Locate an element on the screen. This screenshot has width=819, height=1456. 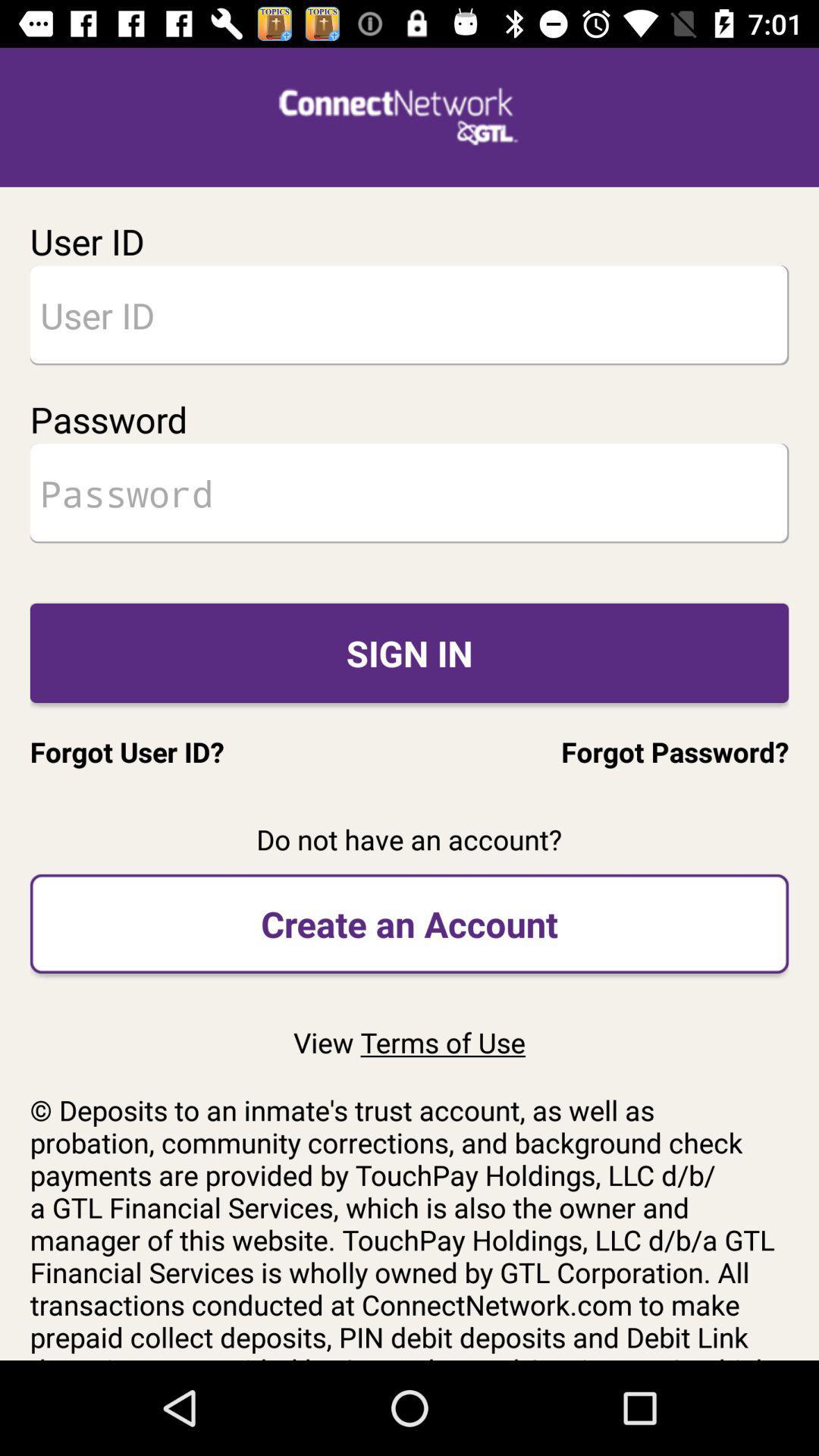
username is located at coordinates (409, 314).